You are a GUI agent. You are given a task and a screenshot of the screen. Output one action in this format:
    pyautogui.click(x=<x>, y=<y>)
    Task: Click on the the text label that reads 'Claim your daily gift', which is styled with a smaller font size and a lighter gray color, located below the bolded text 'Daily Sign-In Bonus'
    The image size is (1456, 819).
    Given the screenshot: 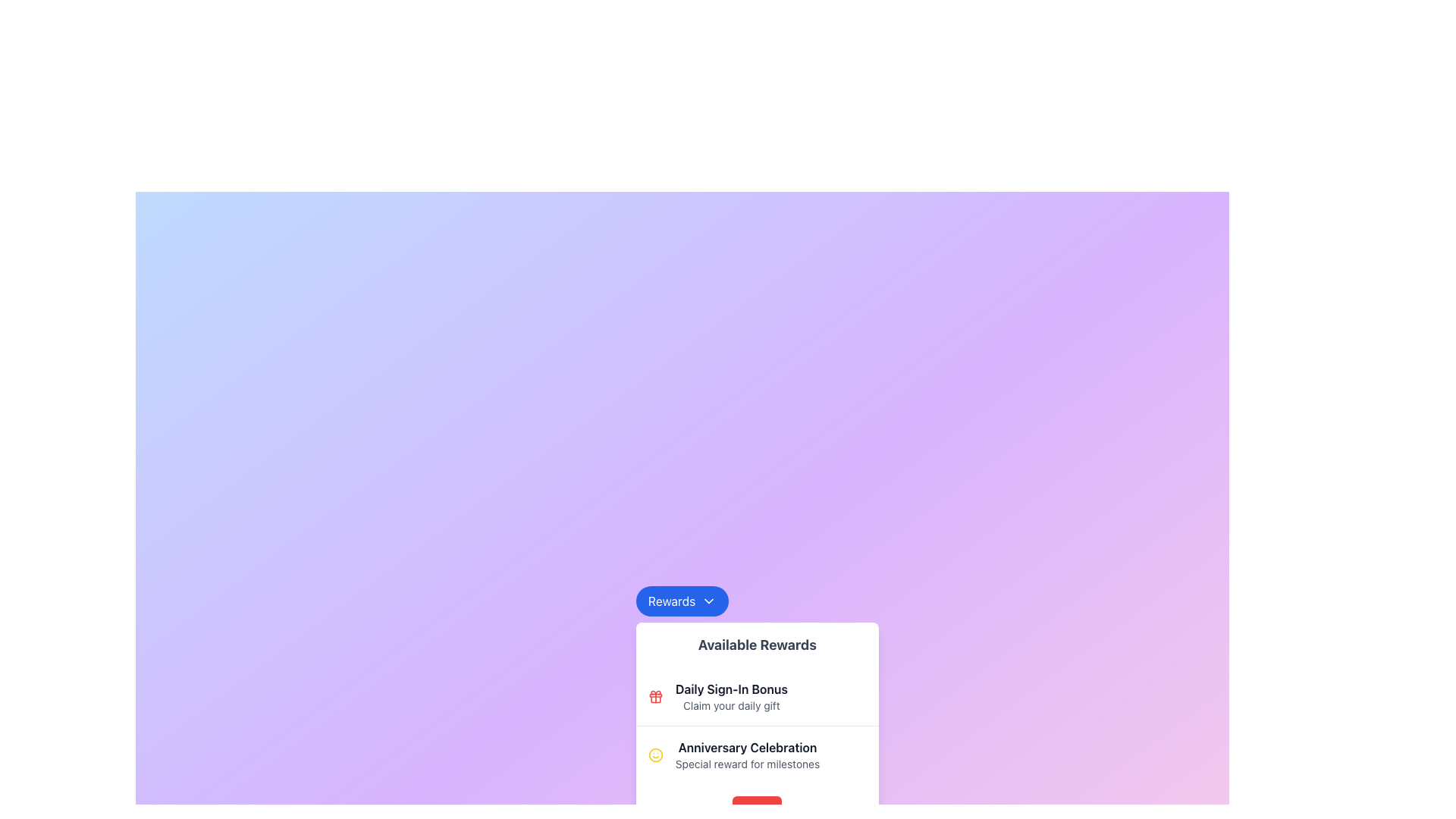 What is the action you would take?
    pyautogui.click(x=731, y=705)
    